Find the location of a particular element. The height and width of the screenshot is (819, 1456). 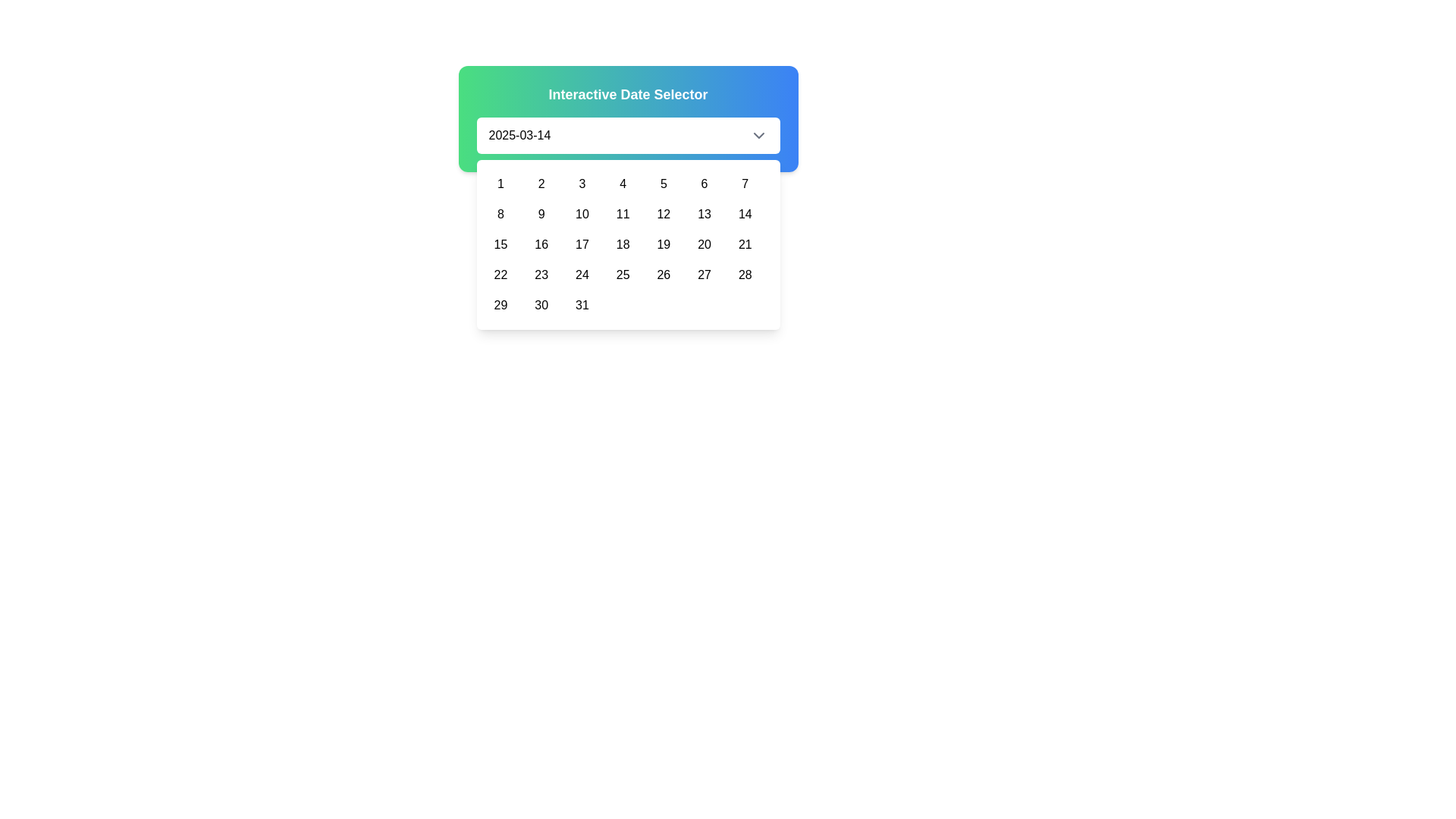

the button representing the 21st day of the month in the calendar interface is located at coordinates (745, 244).